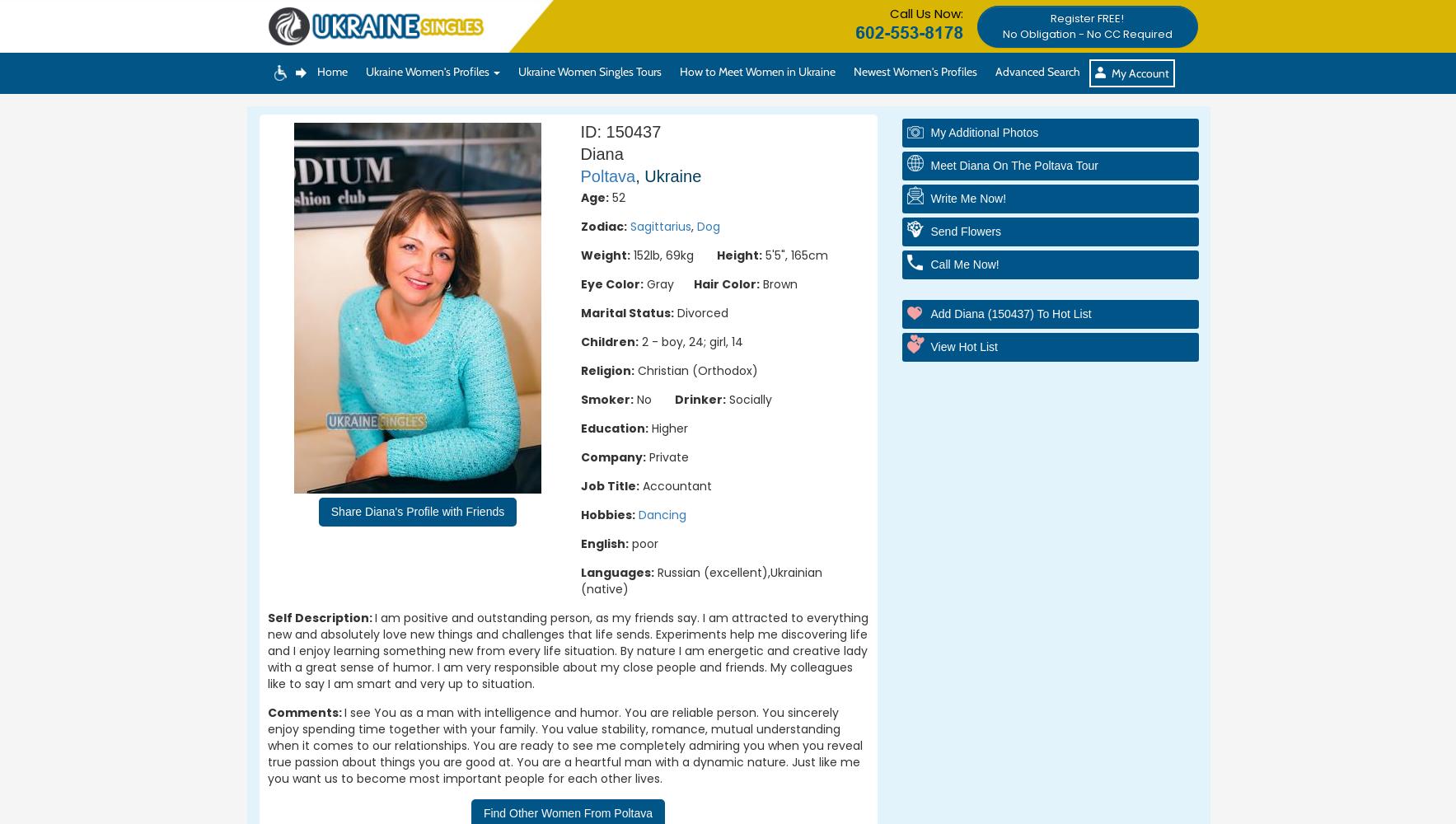  Describe the element at coordinates (1139, 73) in the screenshot. I see `'My Account'` at that location.